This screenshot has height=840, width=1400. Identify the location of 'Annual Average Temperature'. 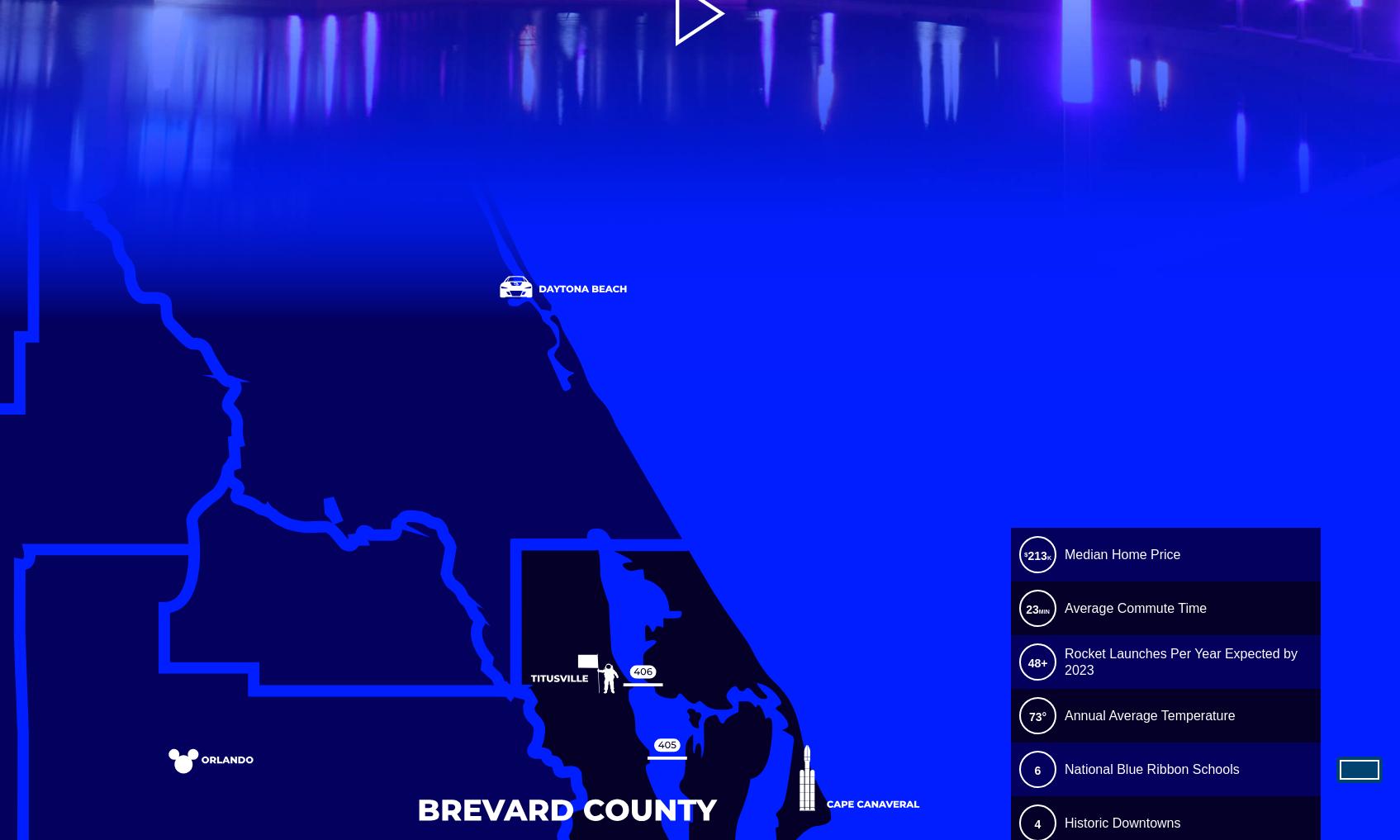
(1148, 715).